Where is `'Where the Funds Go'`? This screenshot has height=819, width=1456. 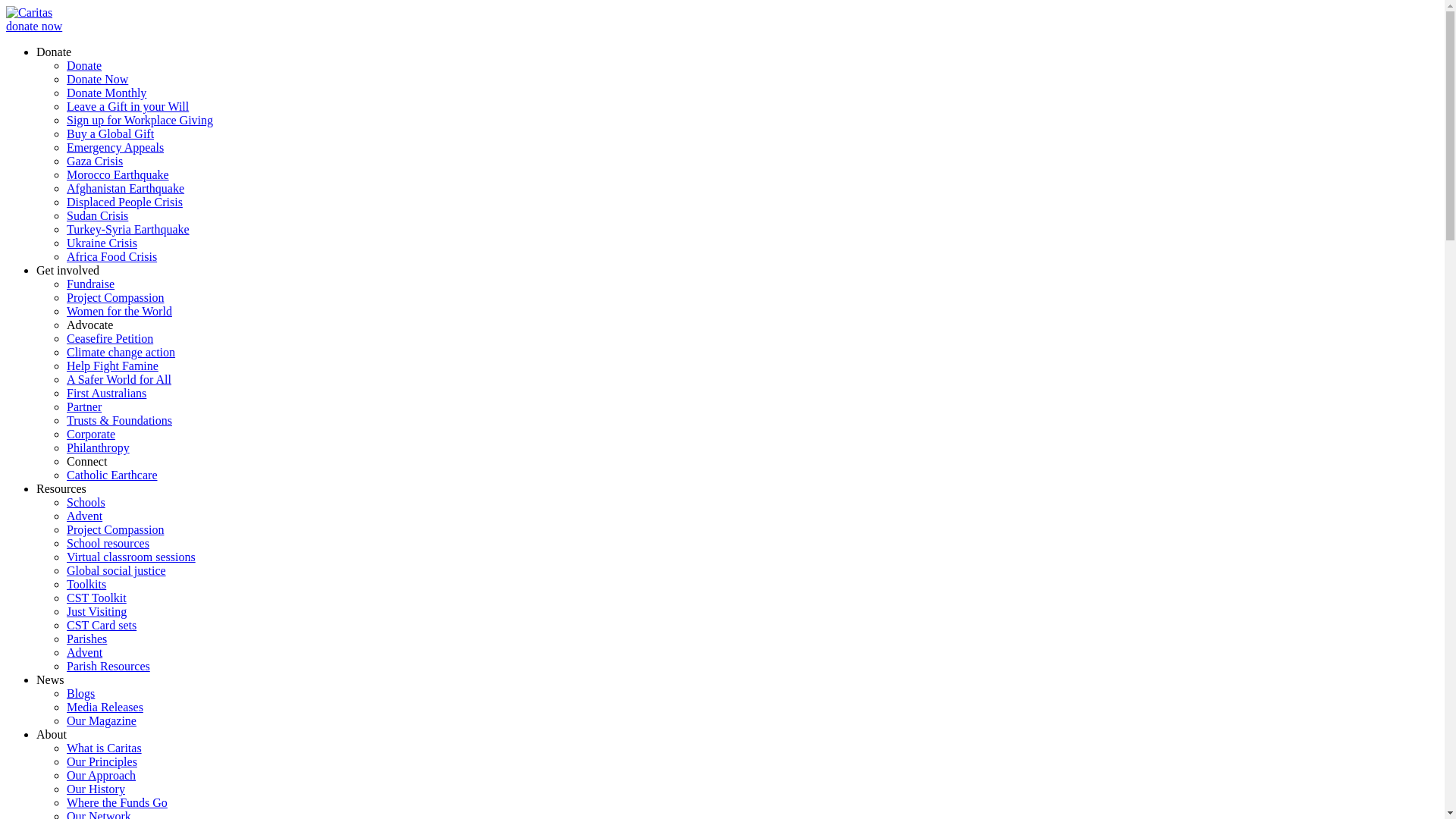
'Where the Funds Go' is located at coordinates (116, 802).